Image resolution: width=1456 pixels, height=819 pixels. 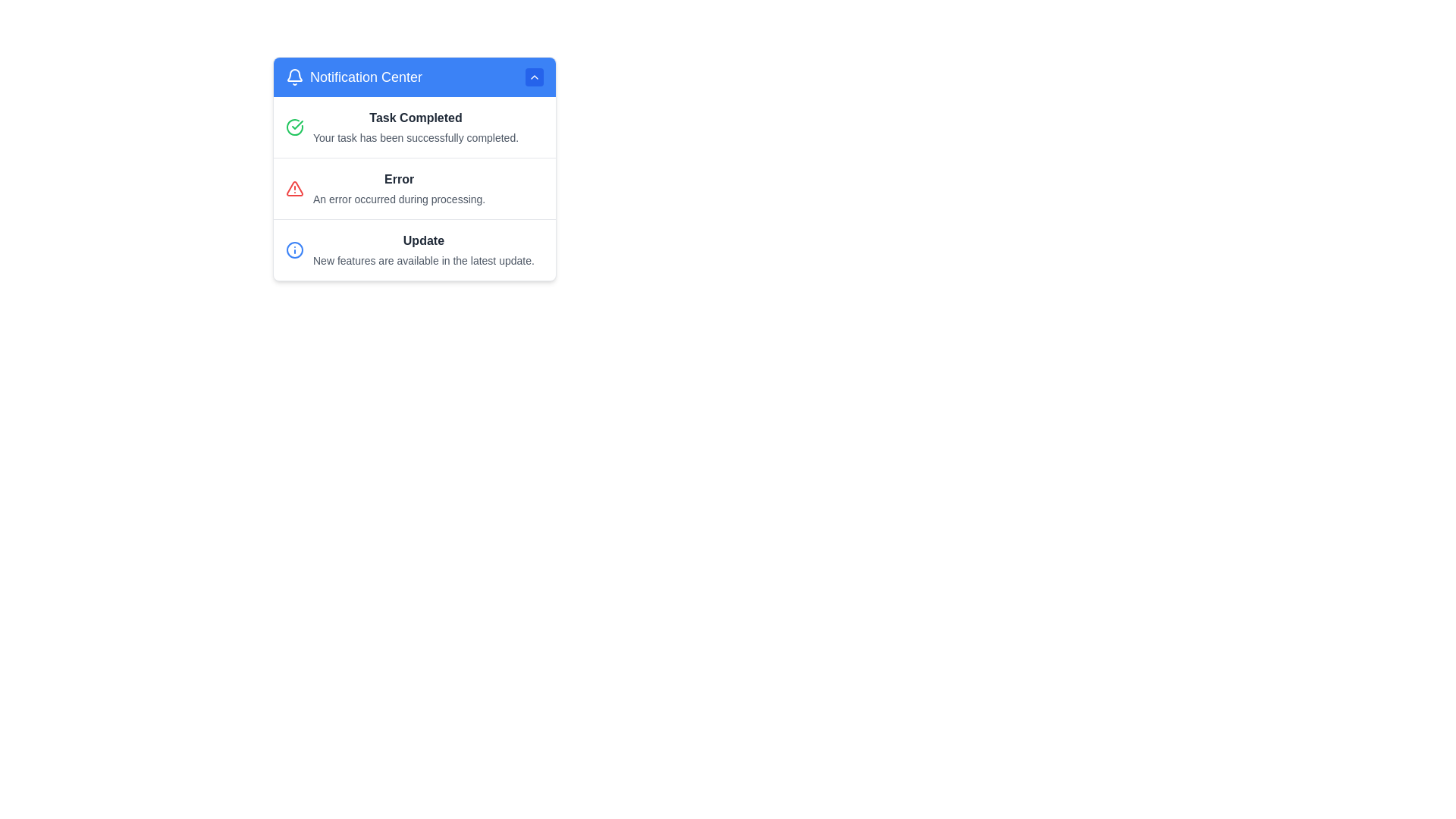 What do you see at coordinates (415, 188) in the screenshot?
I see `error message from the second notification item in the 'Notification Center', which conveys information about an error that occurred during a process` at bounding box center [415, 188].